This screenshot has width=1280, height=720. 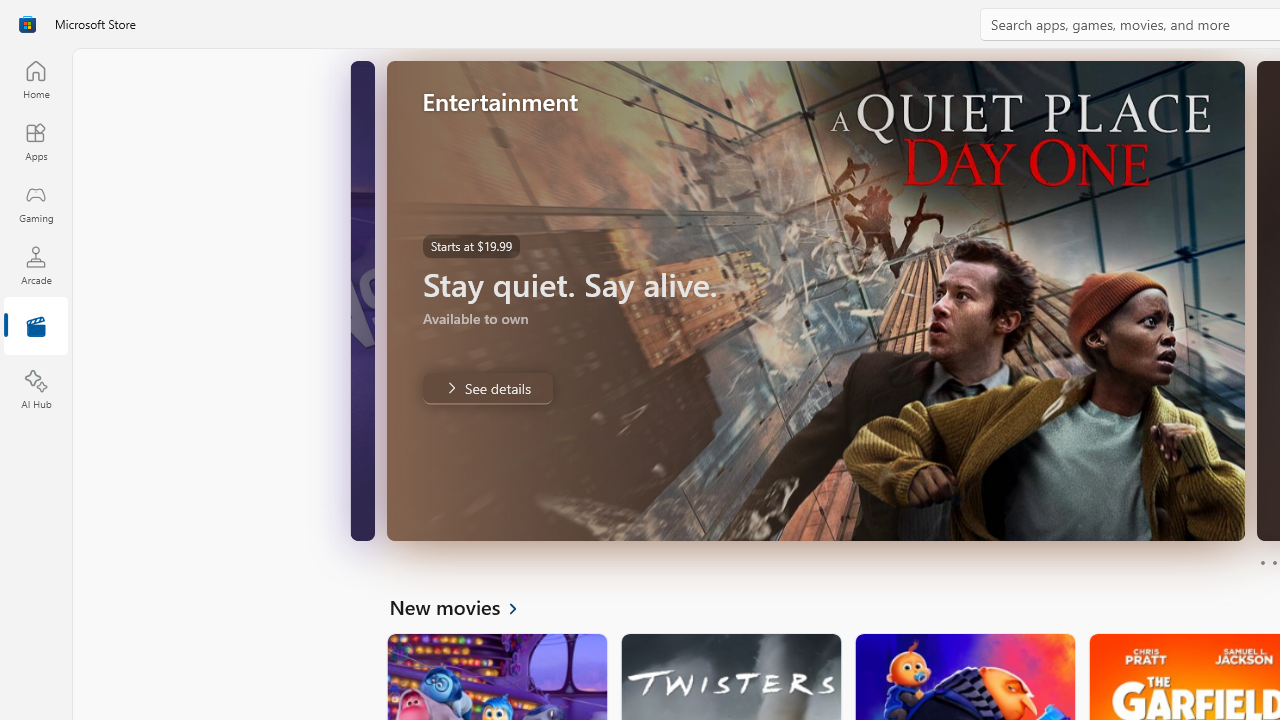 I want to click on 'Class: Image', so click(x=27, y=24).